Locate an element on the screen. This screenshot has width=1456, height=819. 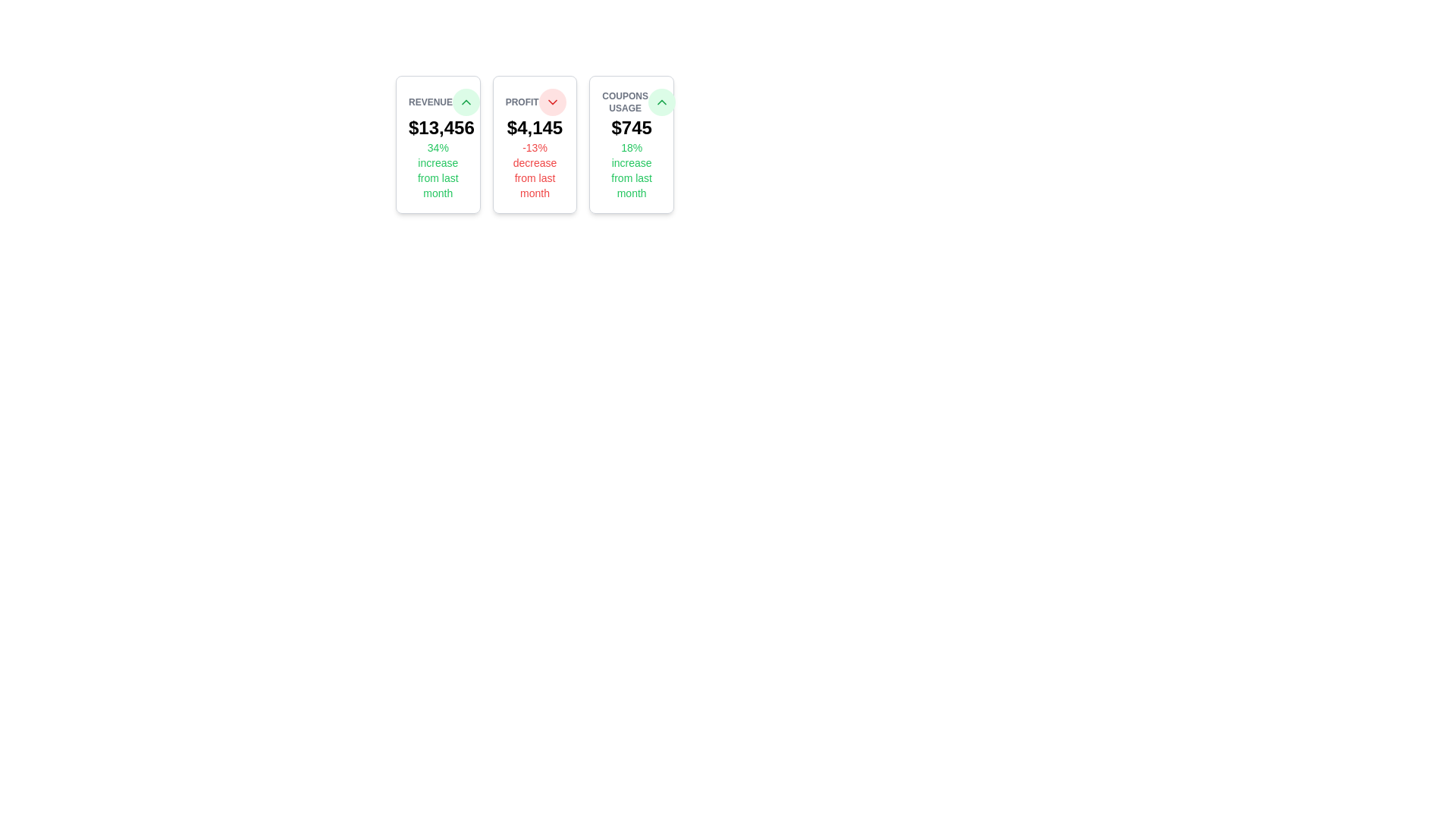
the visual indicator icon for positive trend in the 'Revenue' section, located at the upper right corner relative to the 'Revenue' label is located at coordinates (465, 102).